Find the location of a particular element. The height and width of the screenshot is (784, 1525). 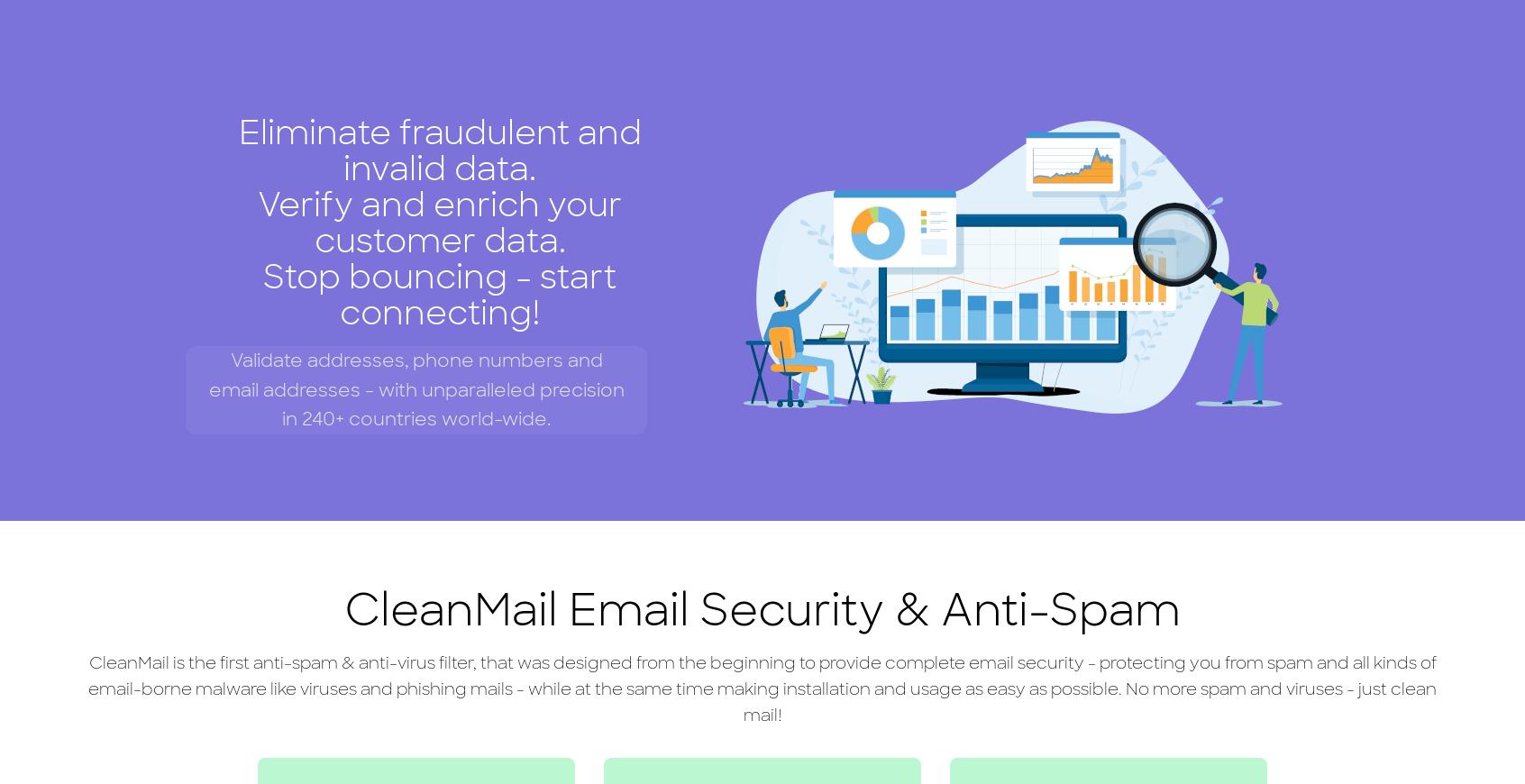

'The Delay Filter itself already blocks up to 73% of all junk mails while causing
                                    only minimal resource usage on the host system.' is located at coordinates (1297, 249).